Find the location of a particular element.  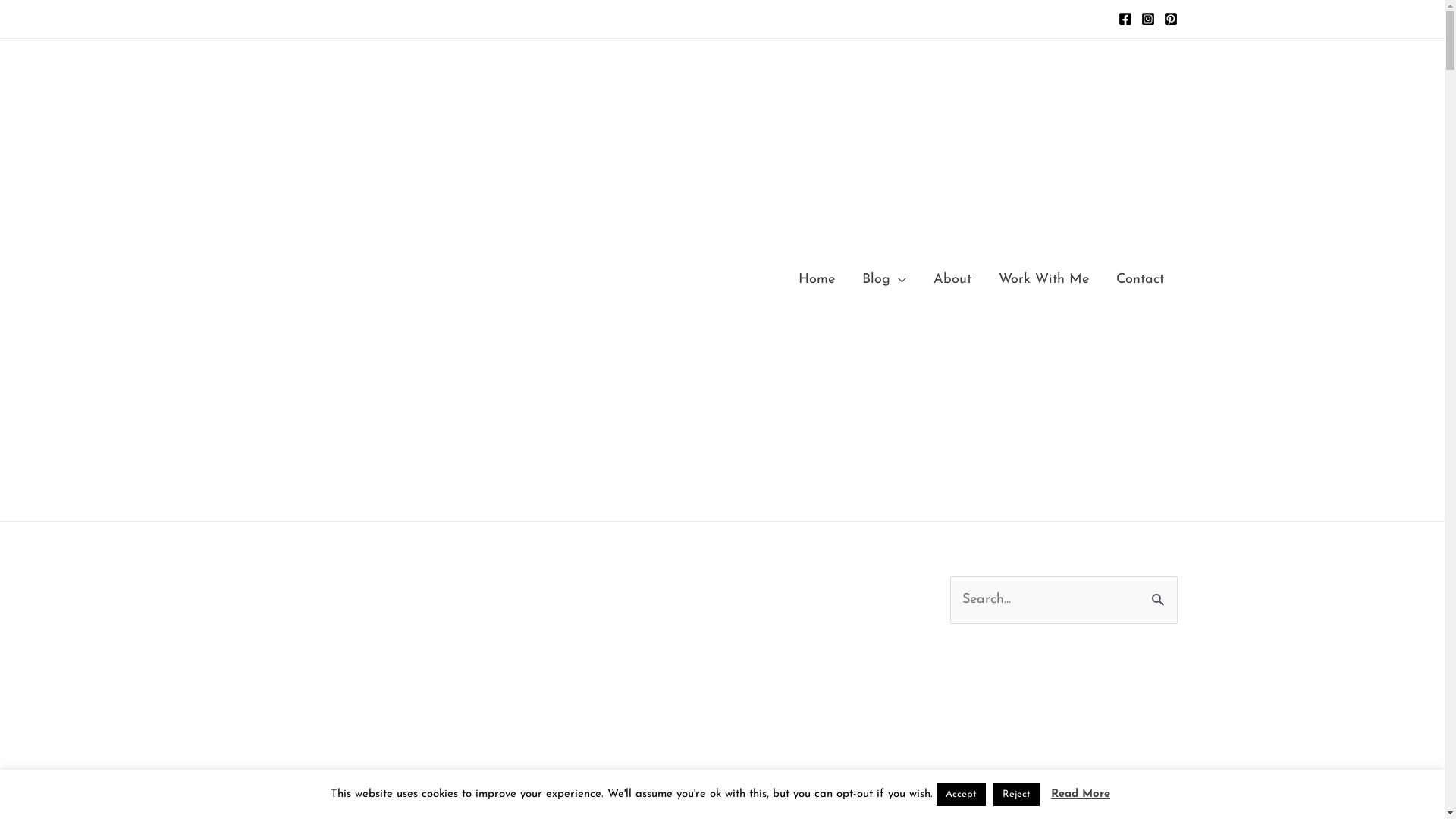

'Work With Me' is located at coordinates (984, 280).